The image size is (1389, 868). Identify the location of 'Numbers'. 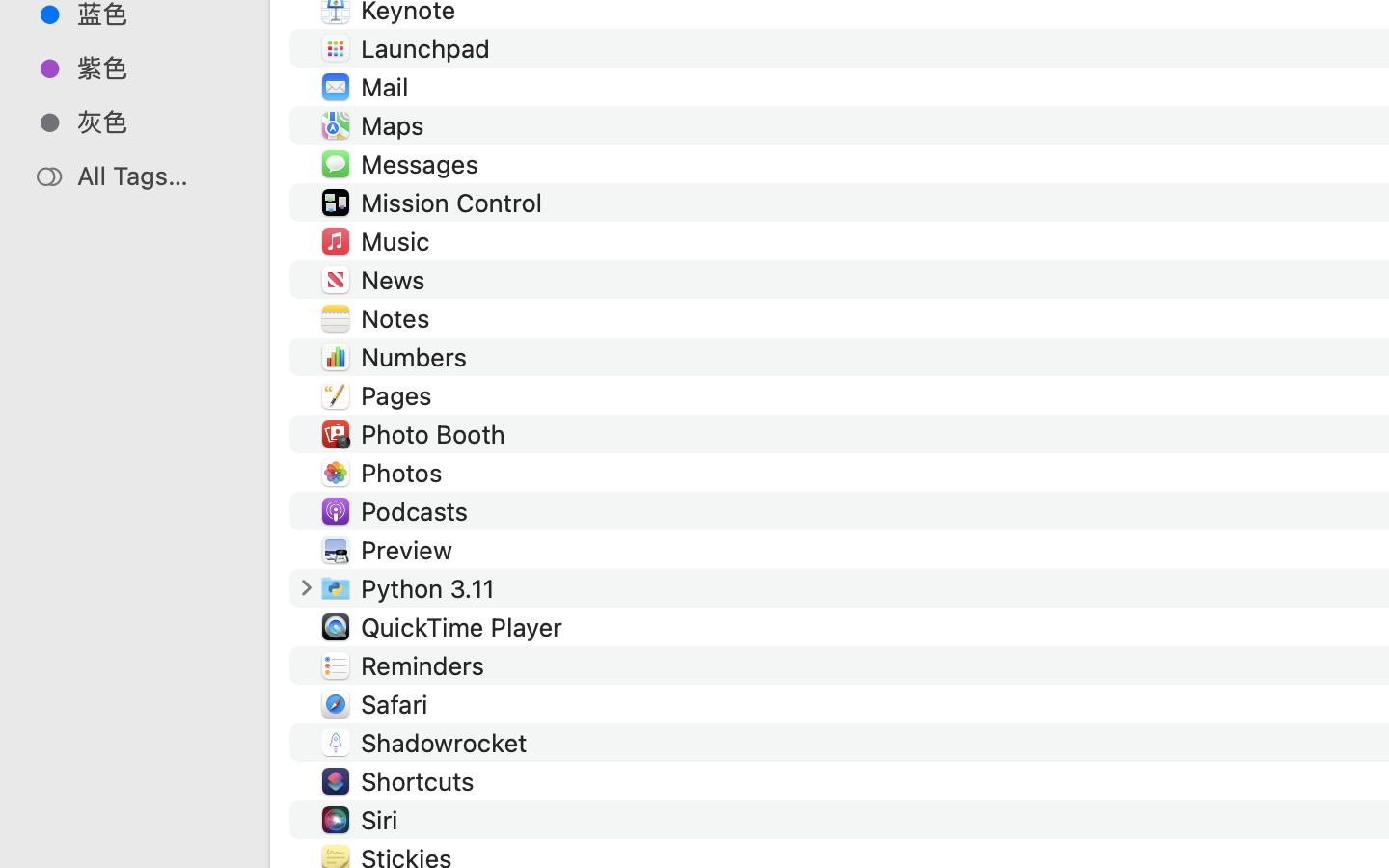
(419, 356).